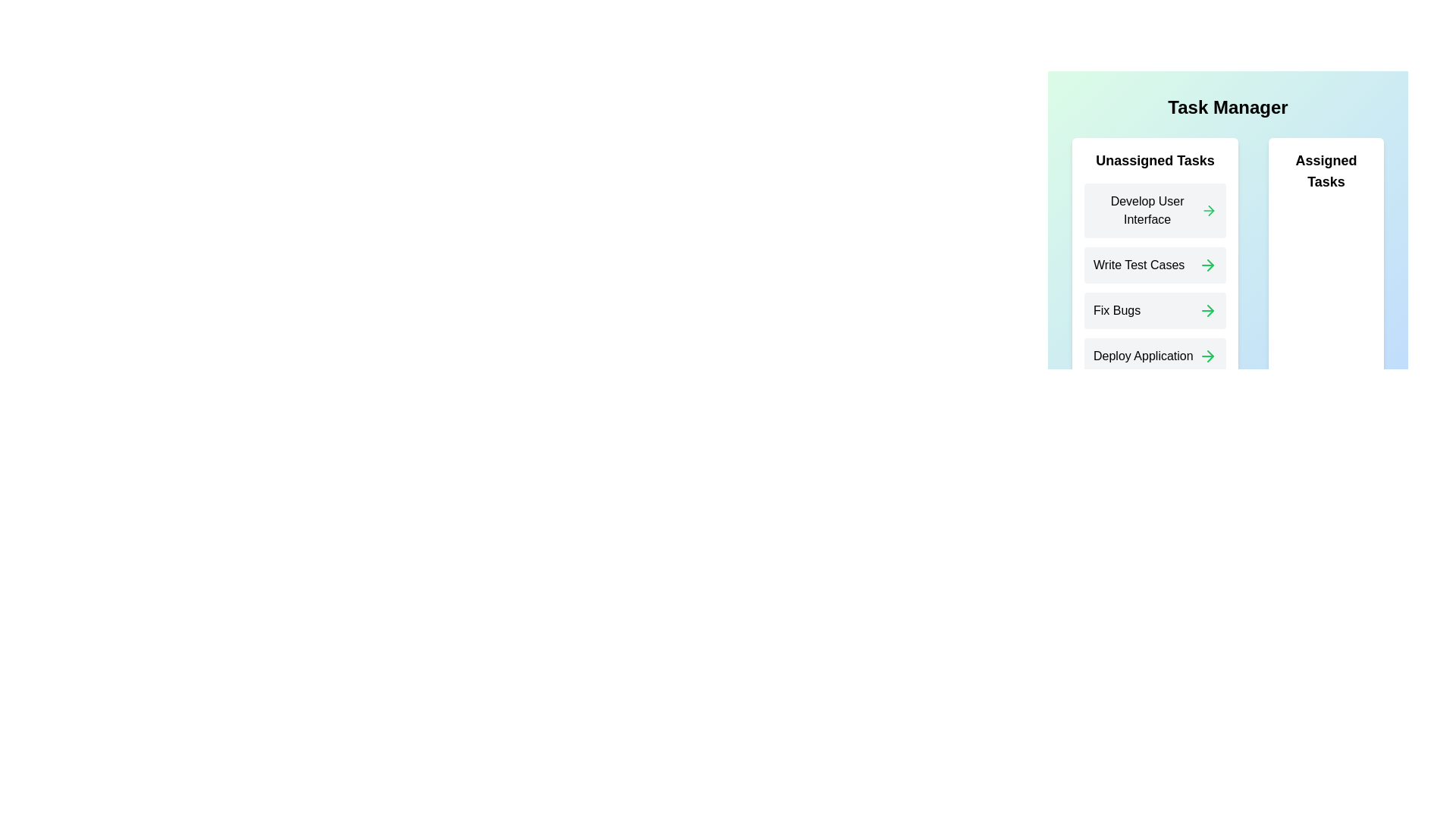 Image resolution: width=1456 pixels, height=819 pixels. I want to click on the 'Assign Task' arrow for the 'Develop User Interface' task, so click(1208, 210).